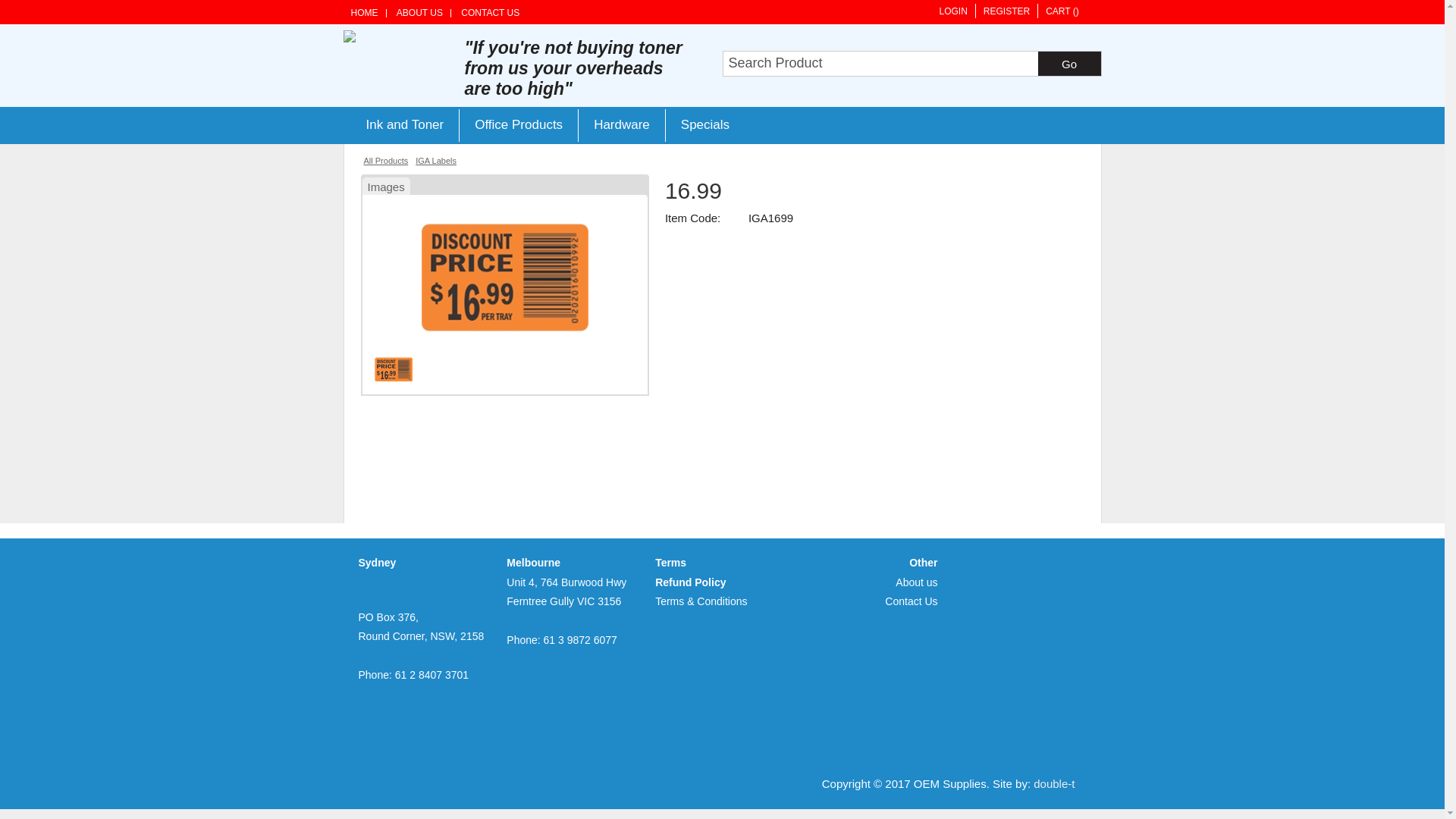 The width and height of the screenshot is (1456, 819). What do you see at coordinates (1061, 11) in the screenshot?
I see `'CART ()'` at bounding box center [1061, 11].